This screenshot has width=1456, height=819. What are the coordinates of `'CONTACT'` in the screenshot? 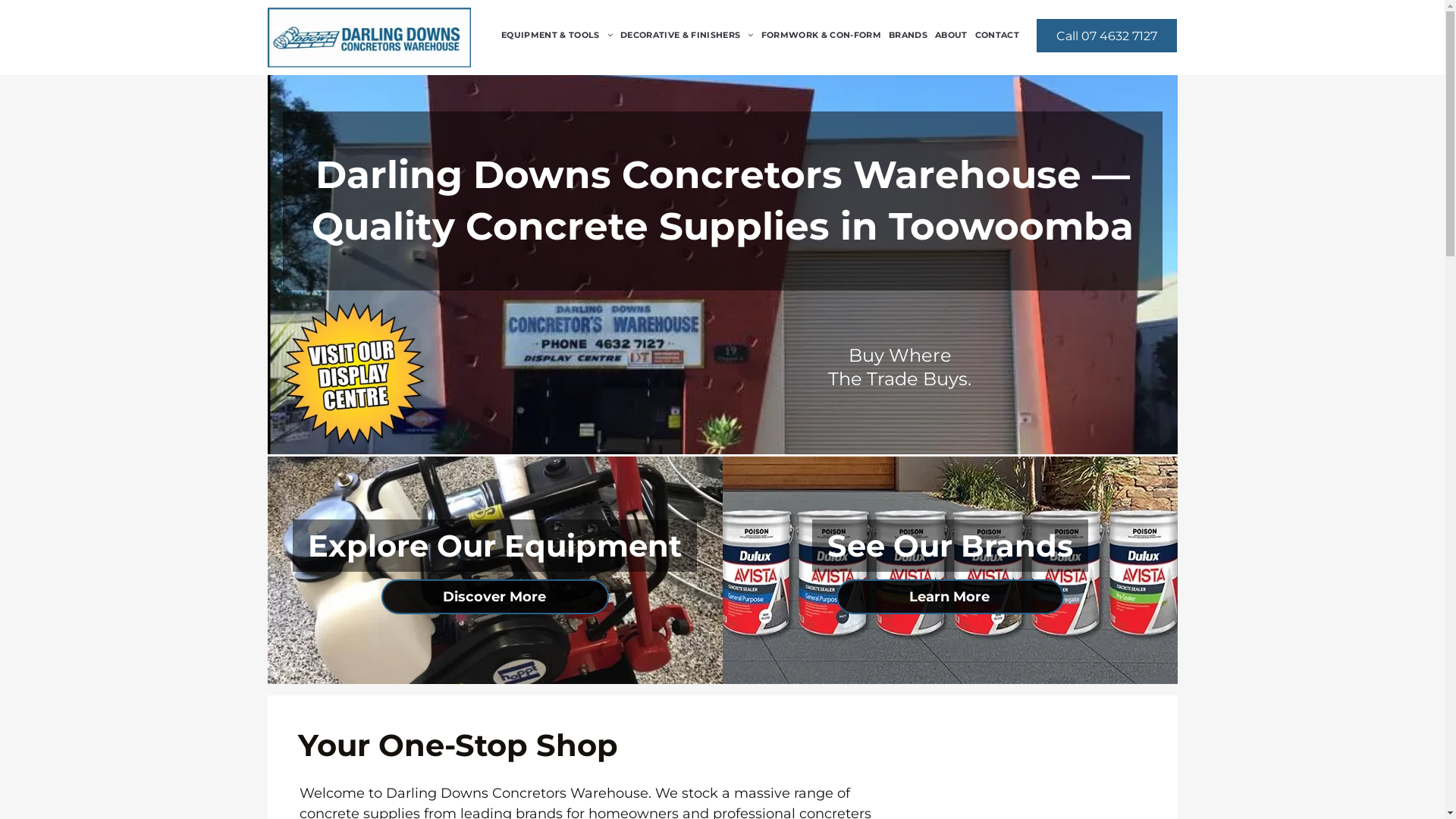 It's located at (971, 34).